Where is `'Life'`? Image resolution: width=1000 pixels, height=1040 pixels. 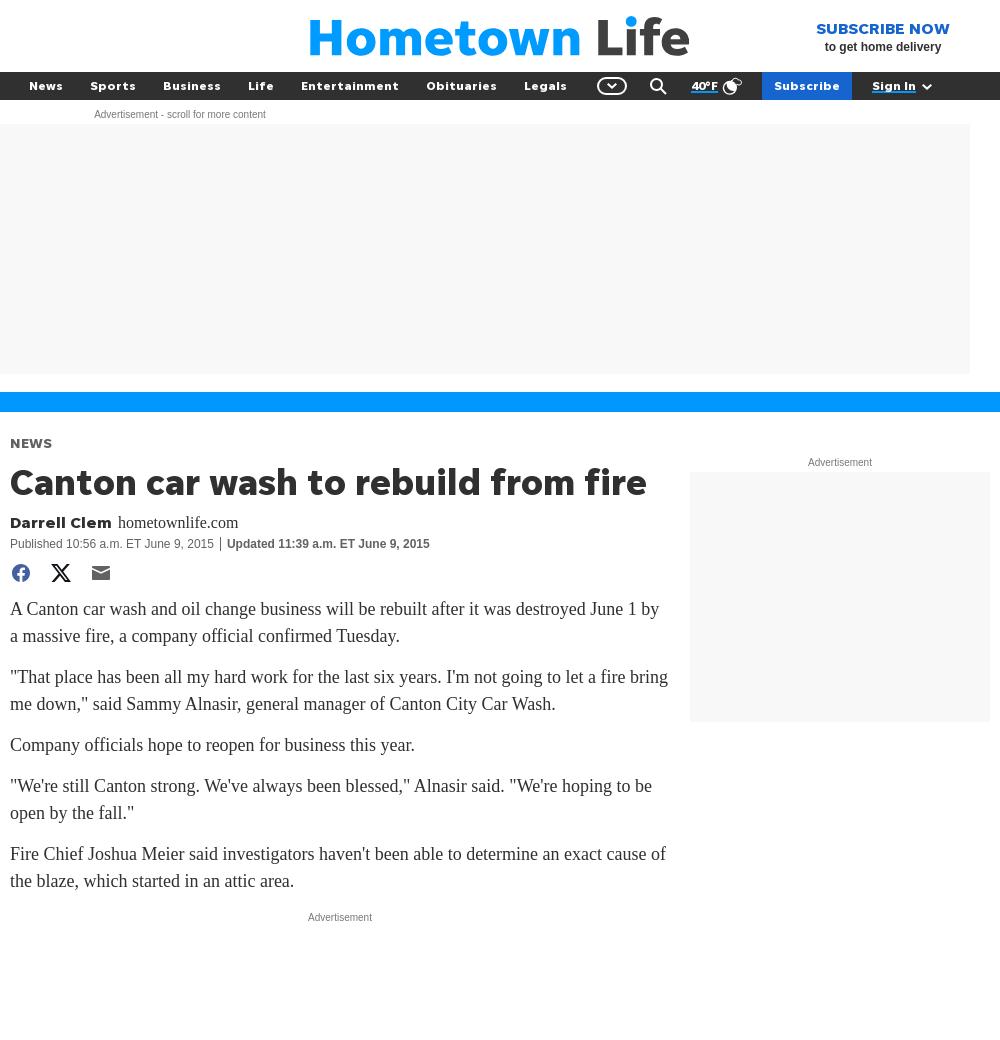
'Life' is located at coordinates (261, 84).